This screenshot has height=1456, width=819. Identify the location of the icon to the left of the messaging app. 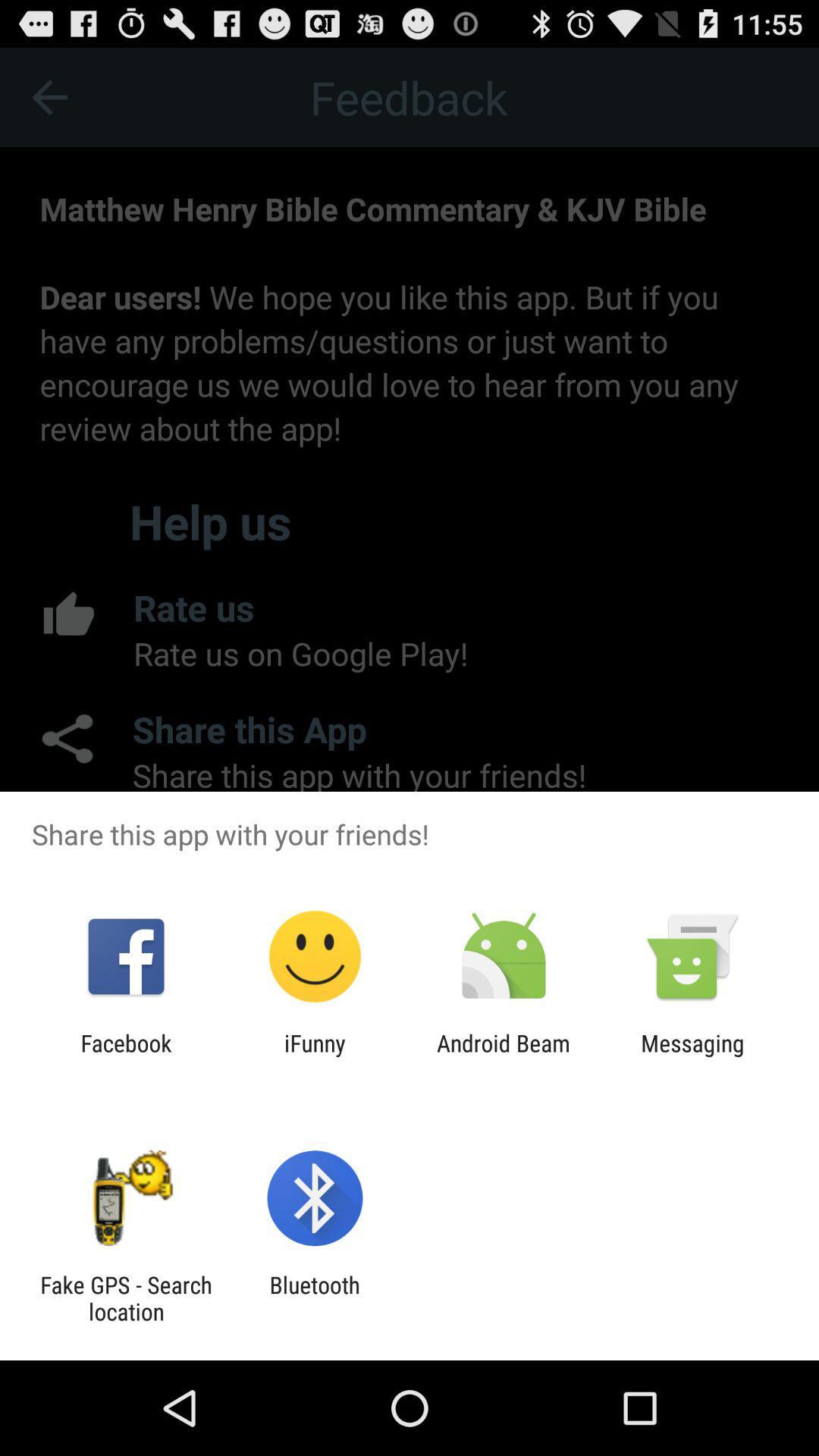
(504, 1056).